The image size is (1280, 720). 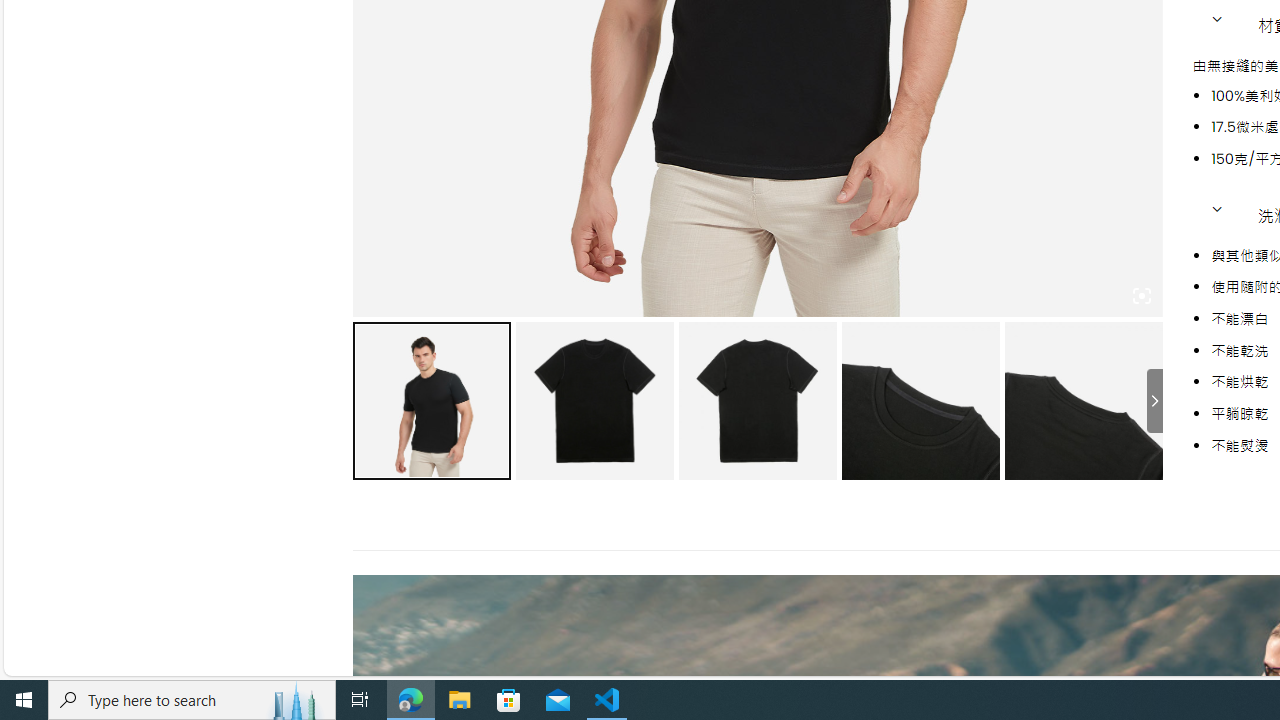 What do you see at coordinates (1141, 296) in the screenshot?
I see `'Class: iconic-woothumbs-fullscreen'` at bounding box center [1141, 296].